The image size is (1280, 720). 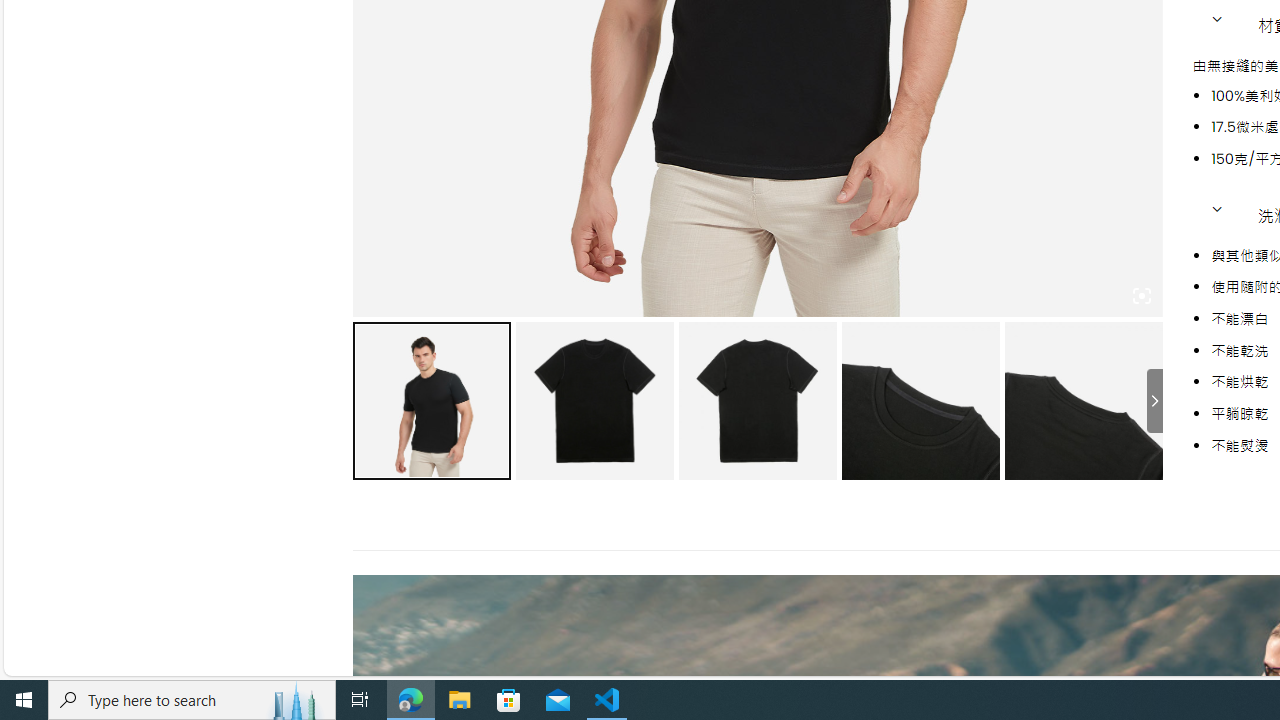 What do you see at coordinates (1141, 296) in the screenshot?
I see `'Class: iconic-woothumbs-fullscreen'` at bounding box center [1141, 296].